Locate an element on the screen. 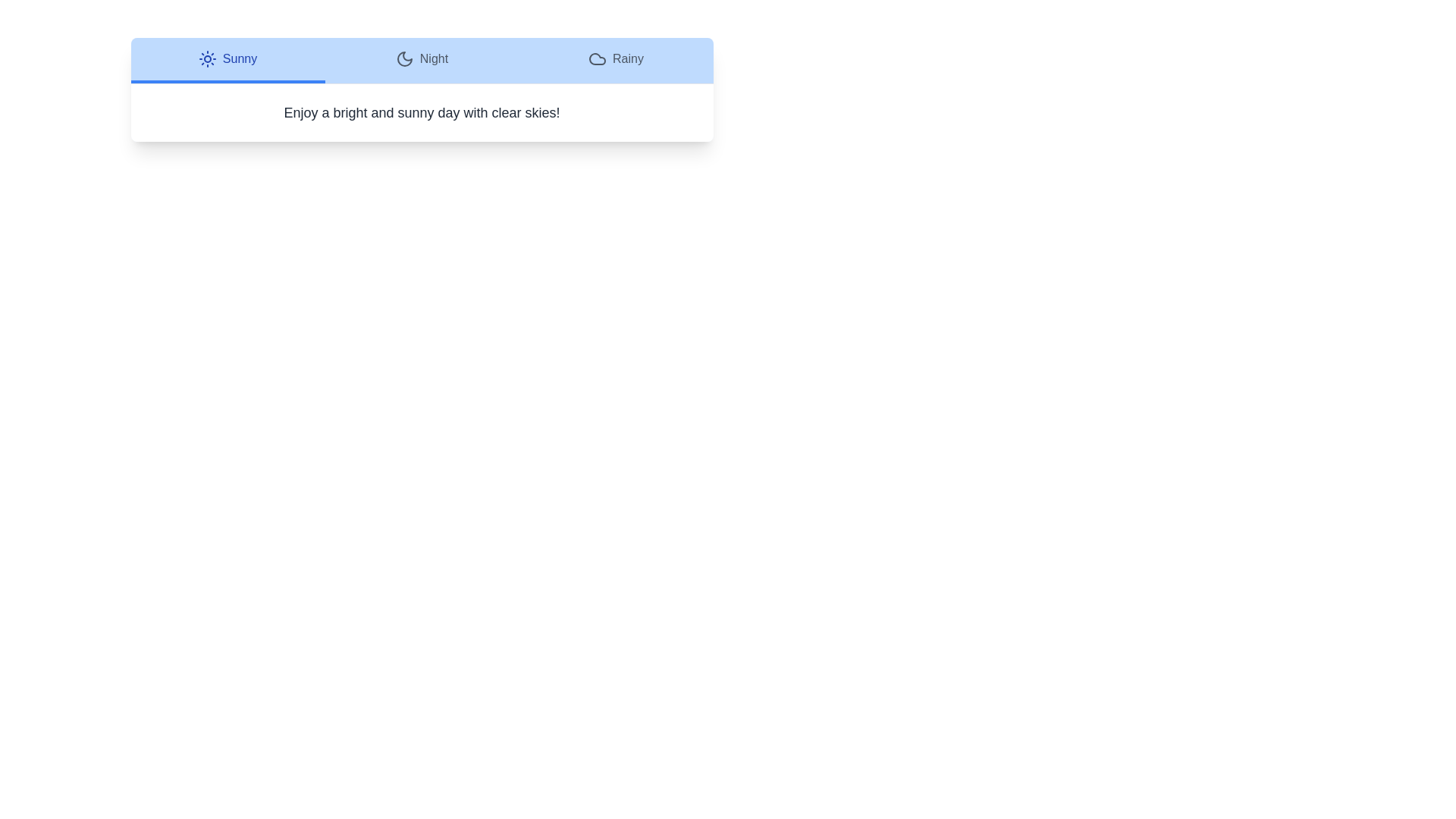 Image resolution: width=1456 pixels, height=819 pixels. the Rainy tab by clicking on its button is located at coordinates (616, 60).